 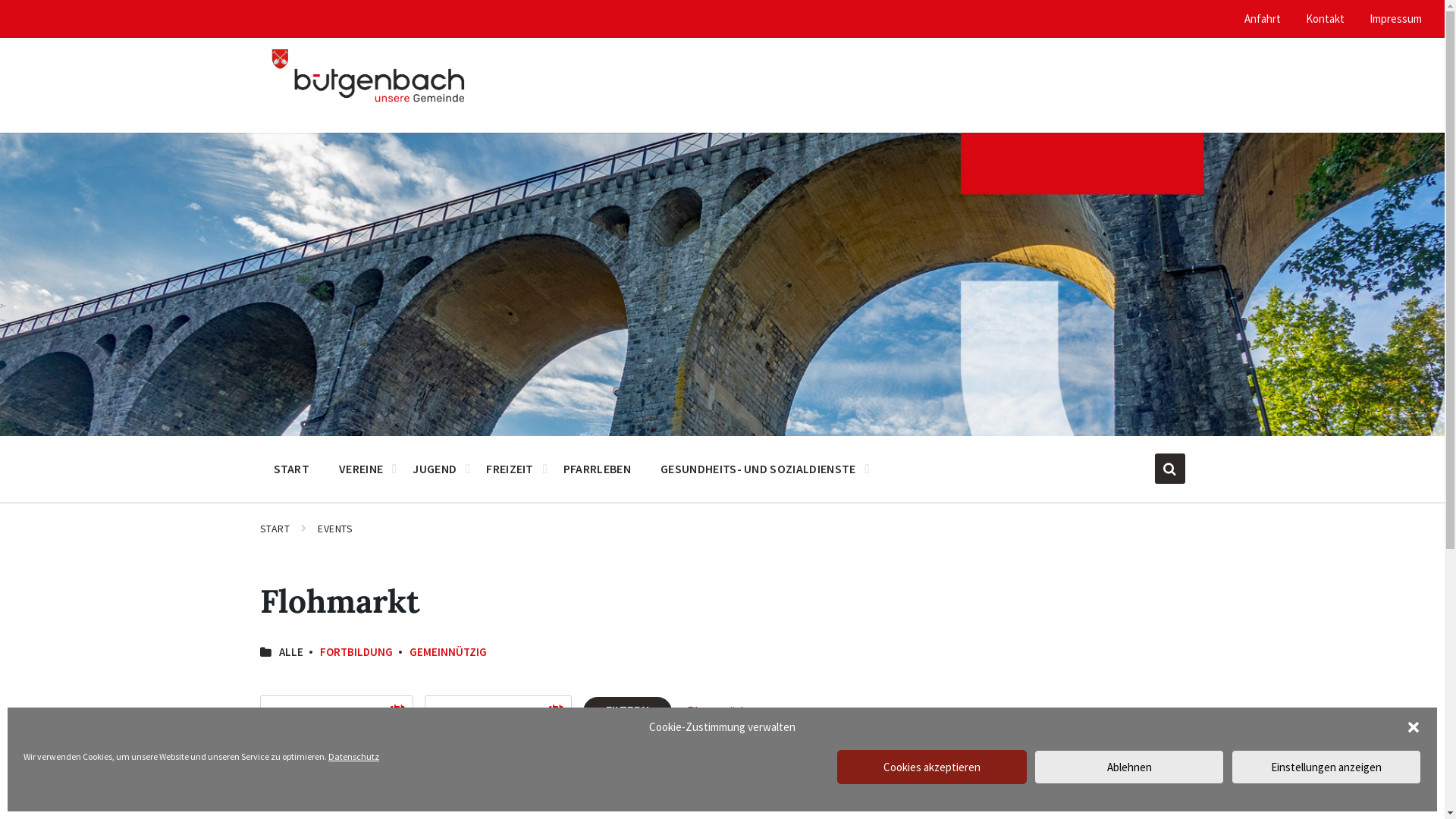 I want to click on 'Cookies akzeptieren', so click(x=930, y=767).